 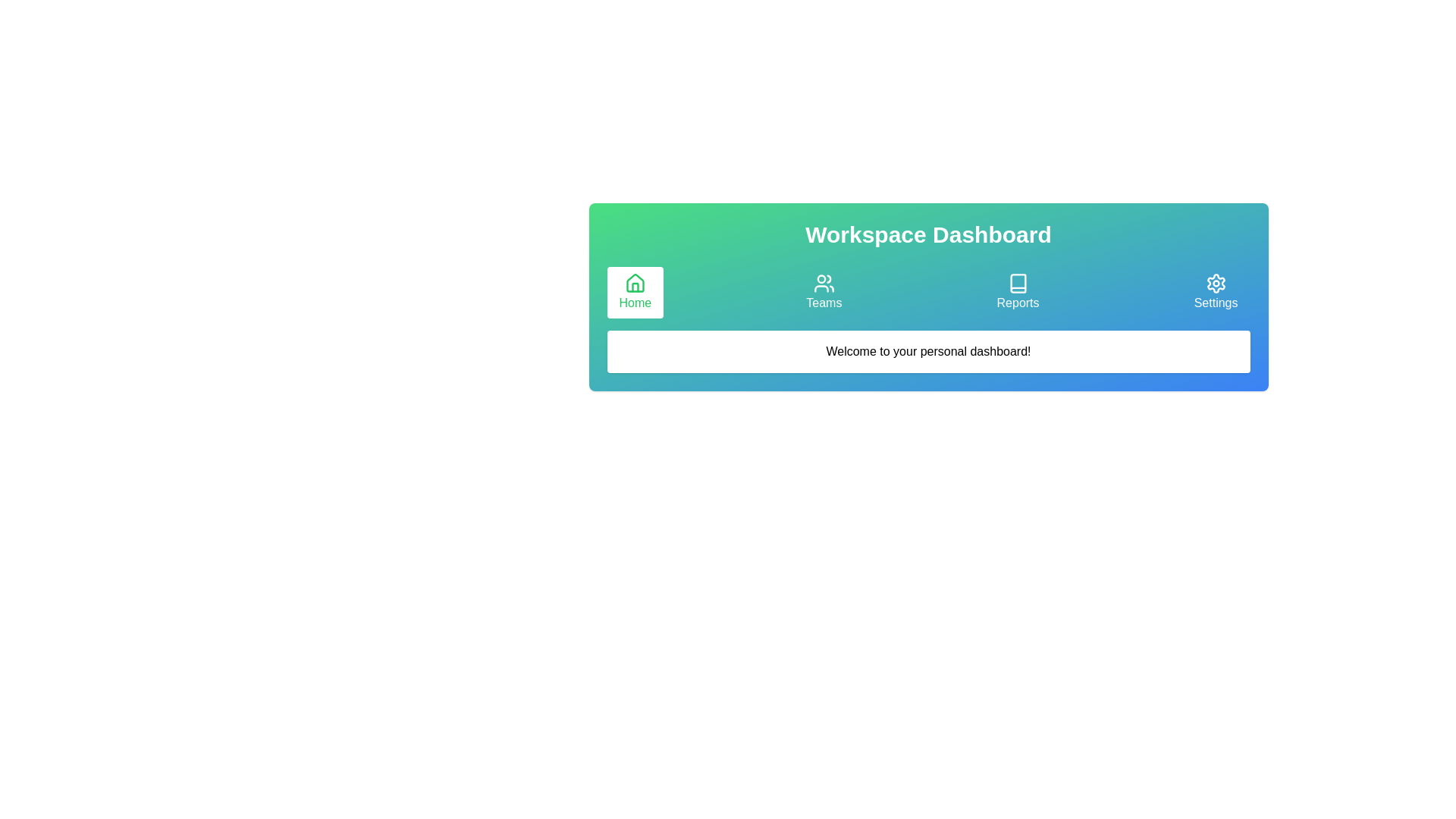 What do you see at coordinates (1216, 284) in the screenshot?
I see `the settings icon located in the top-right corner of the green-to-blue gradient navigation bar, beneath the 'Settings' label` at bounding box center [1216, 284].